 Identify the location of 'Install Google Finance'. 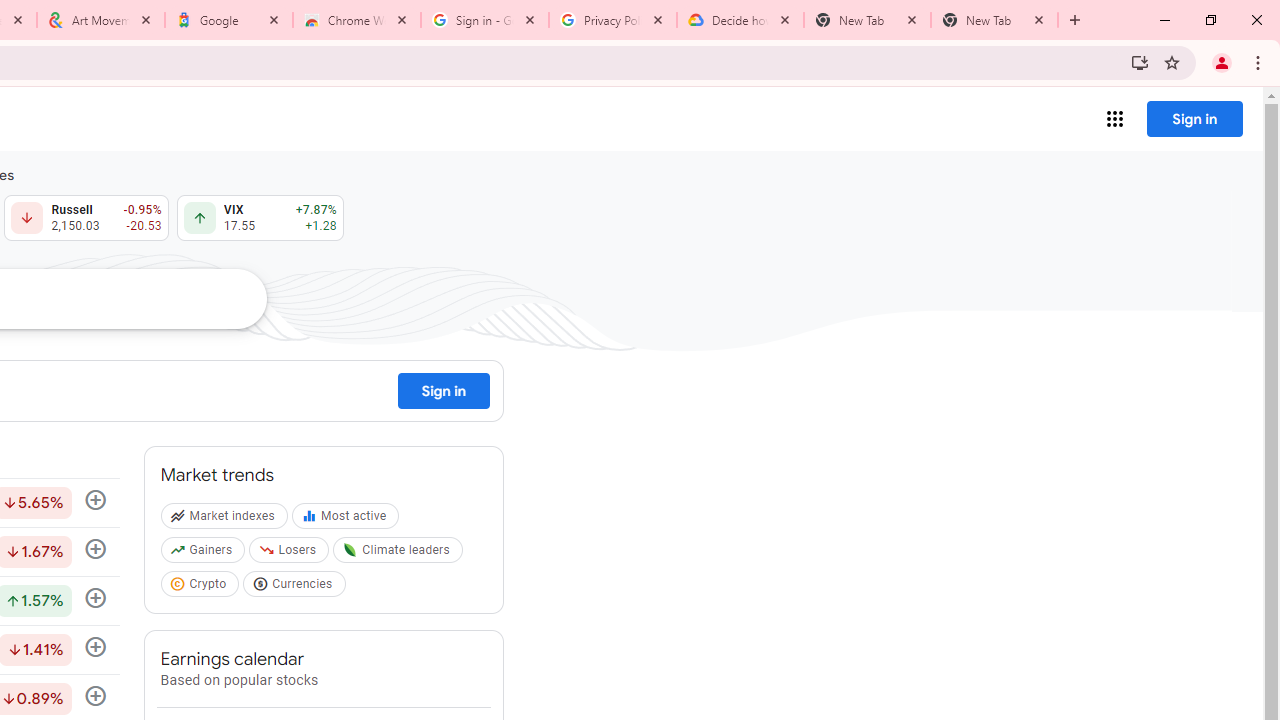
(1139, 61).